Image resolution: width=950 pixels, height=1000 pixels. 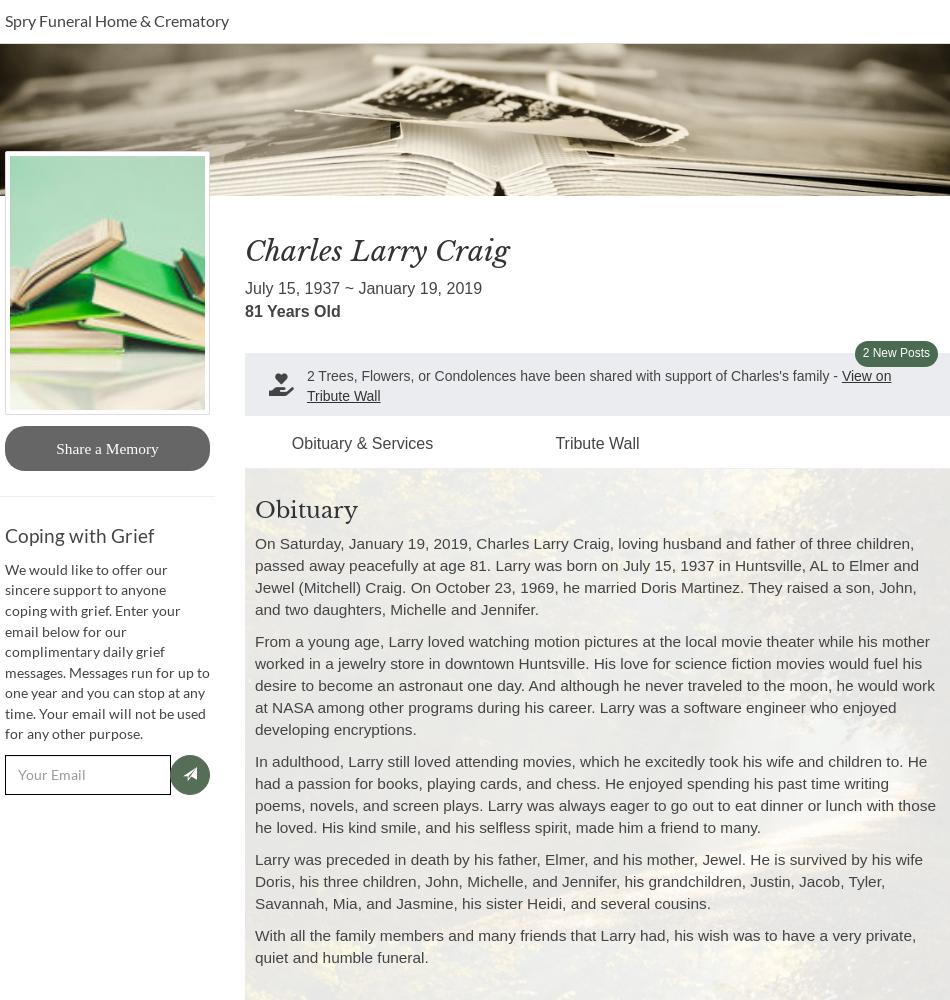 I want to click on '81 Years Old', so click(x=291, y=310).